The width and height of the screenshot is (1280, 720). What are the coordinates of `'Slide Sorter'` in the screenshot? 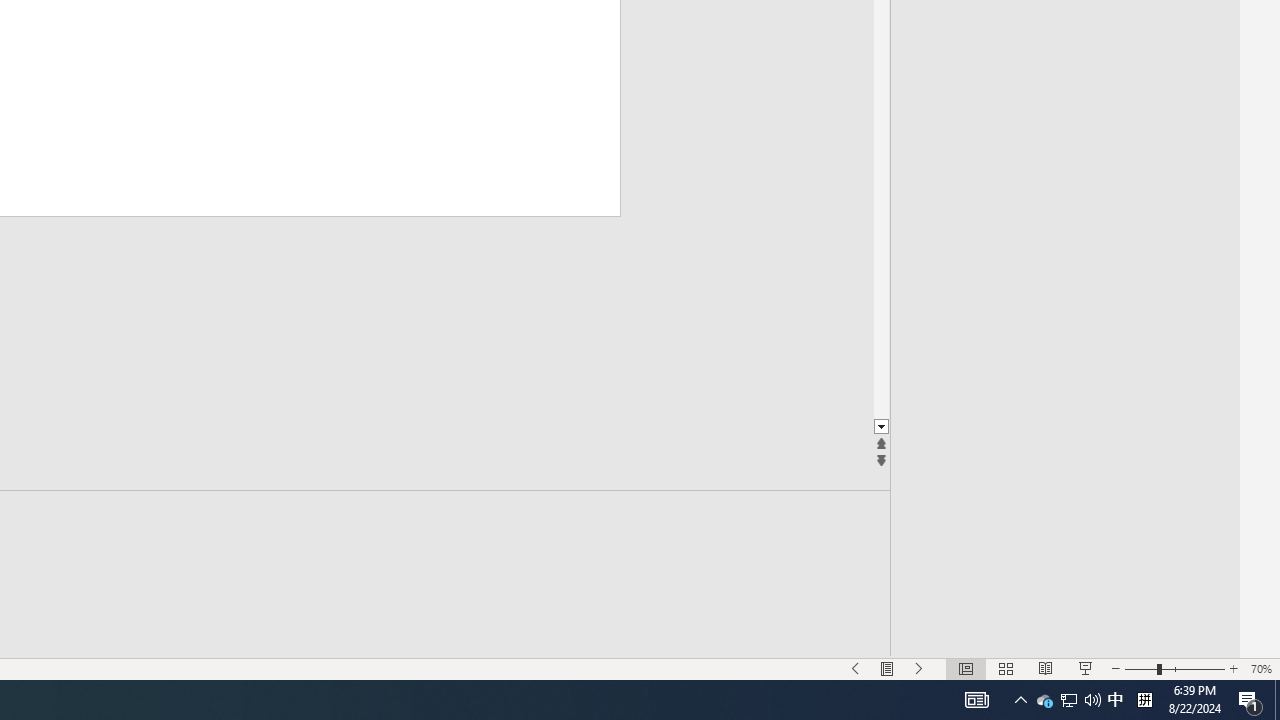 It's located at (1006, 669).